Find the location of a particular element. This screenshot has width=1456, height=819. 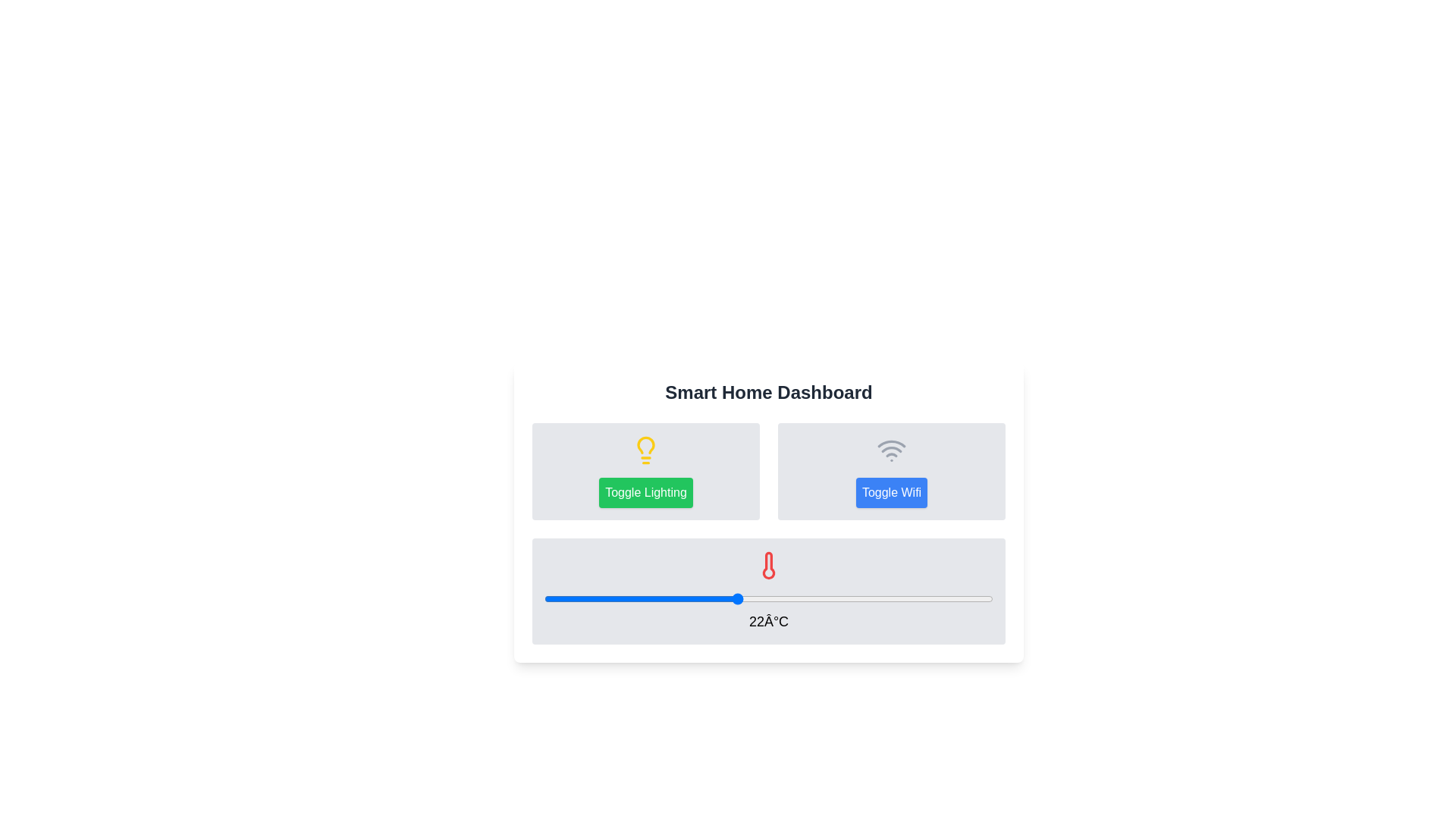

the fluid level representation in the thermometer icon, which is located near the center of the interface, above the slider bar and the temperature text reading '22°C' is located at coordinates (768, 565).